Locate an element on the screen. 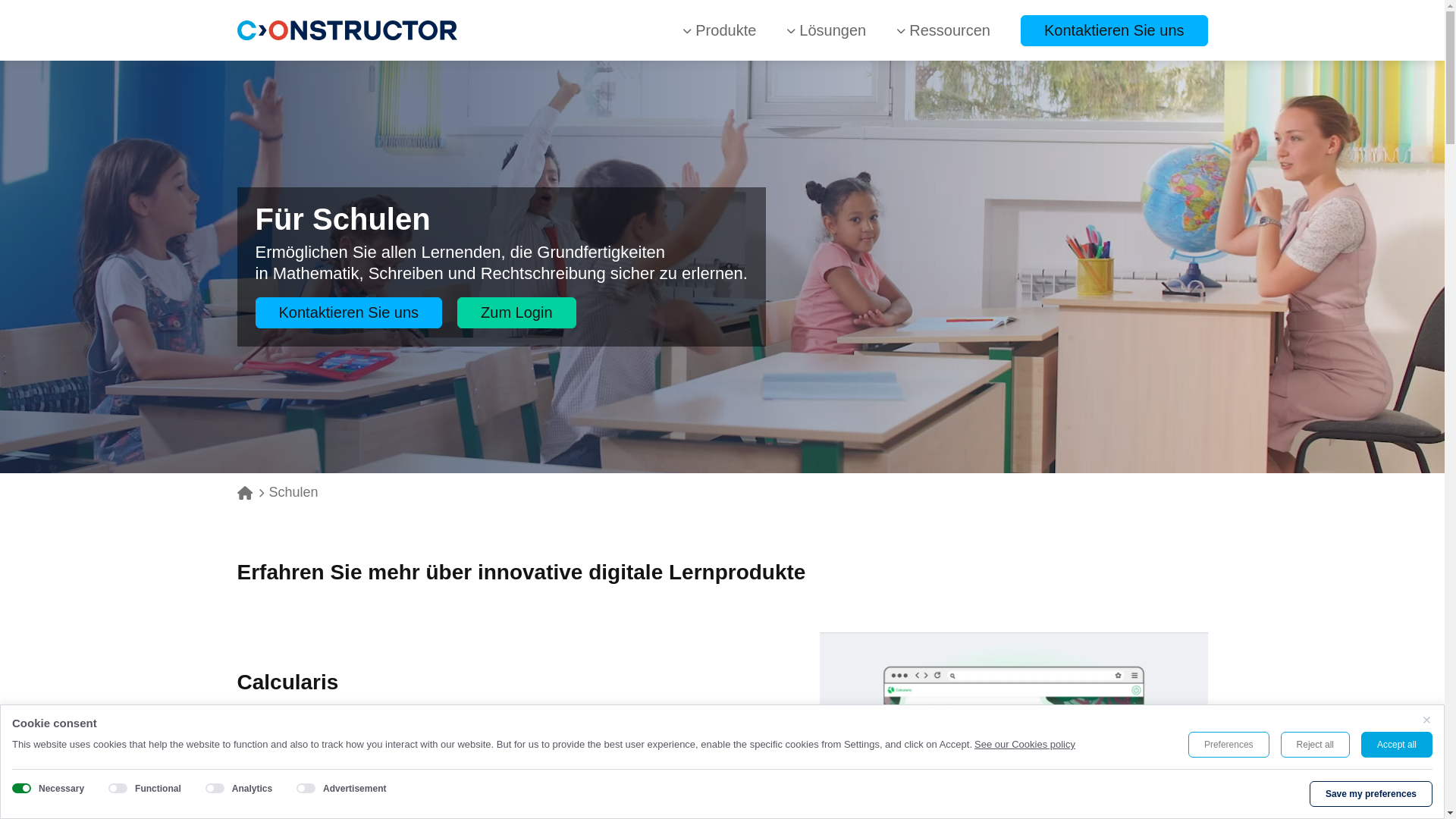 Image resolution: width=1456 pixels, height=819 pixels. 'Zum Login' is located at coordinates (516, 312).